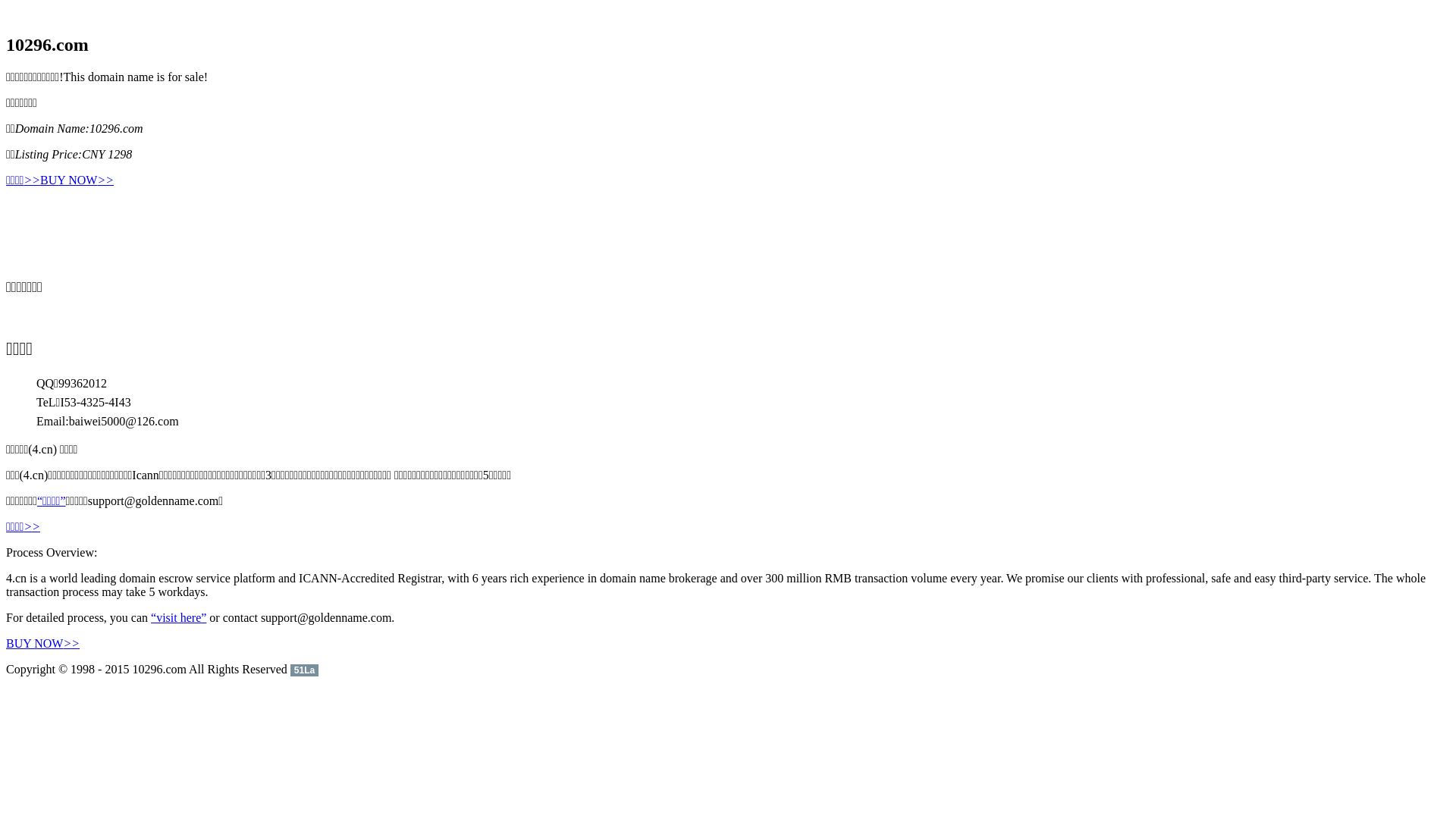 The image size is (1456, 819). What do you see at coordinates (76, 180) in the screenshot?
I see `'BUY NOW>>'` at bounding box center [76, 180].